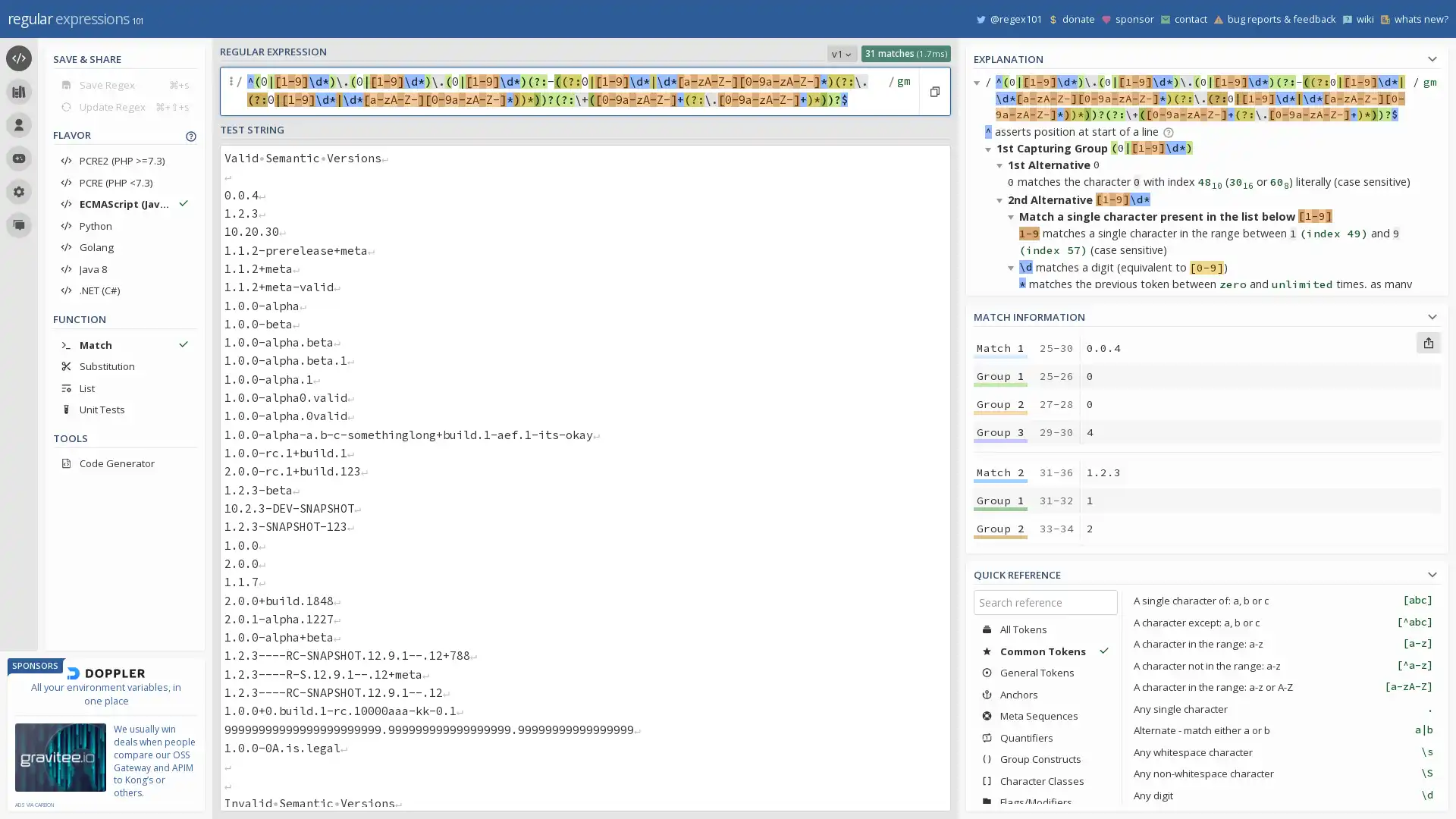  Describe the element at coordinates (124, 161) in the screenshot. I see `PCRE2 (PHP >=7.3)` at that location.